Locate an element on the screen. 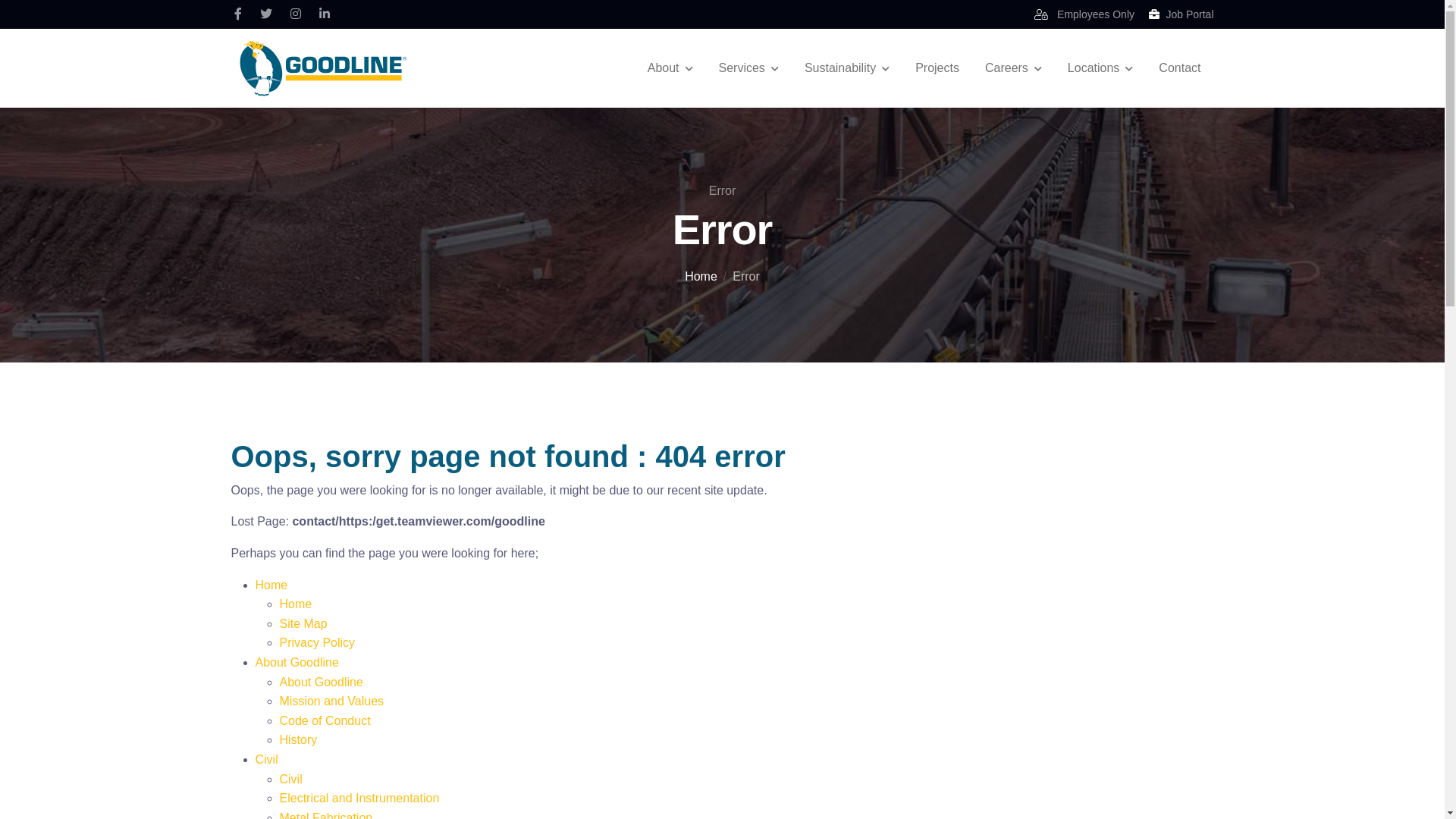 This screenshot has height=819, width=1456. 'Civil' is located at coordinates (265, 759).